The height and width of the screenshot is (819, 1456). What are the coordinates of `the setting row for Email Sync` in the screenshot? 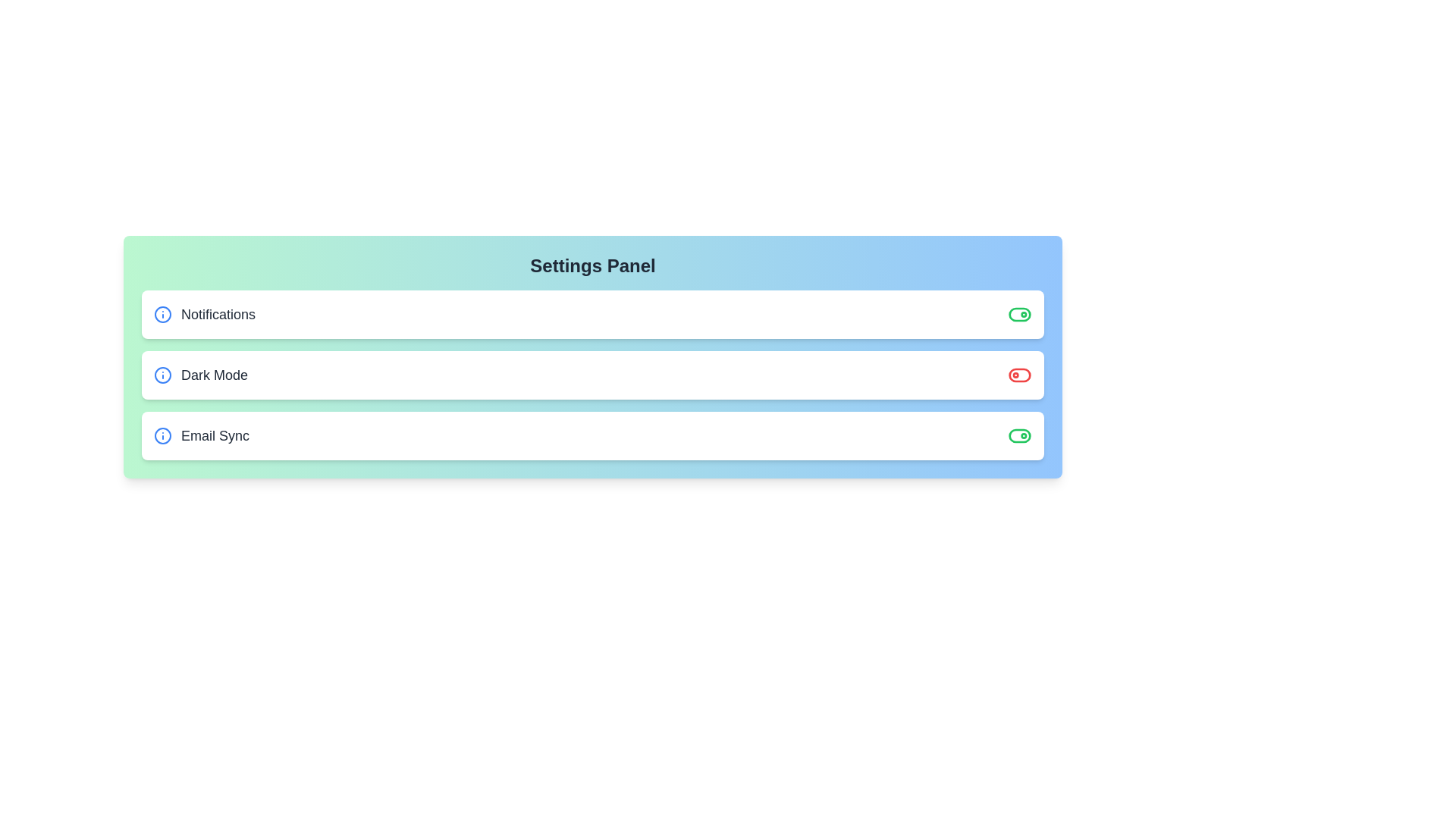 It's located at (592, 435).